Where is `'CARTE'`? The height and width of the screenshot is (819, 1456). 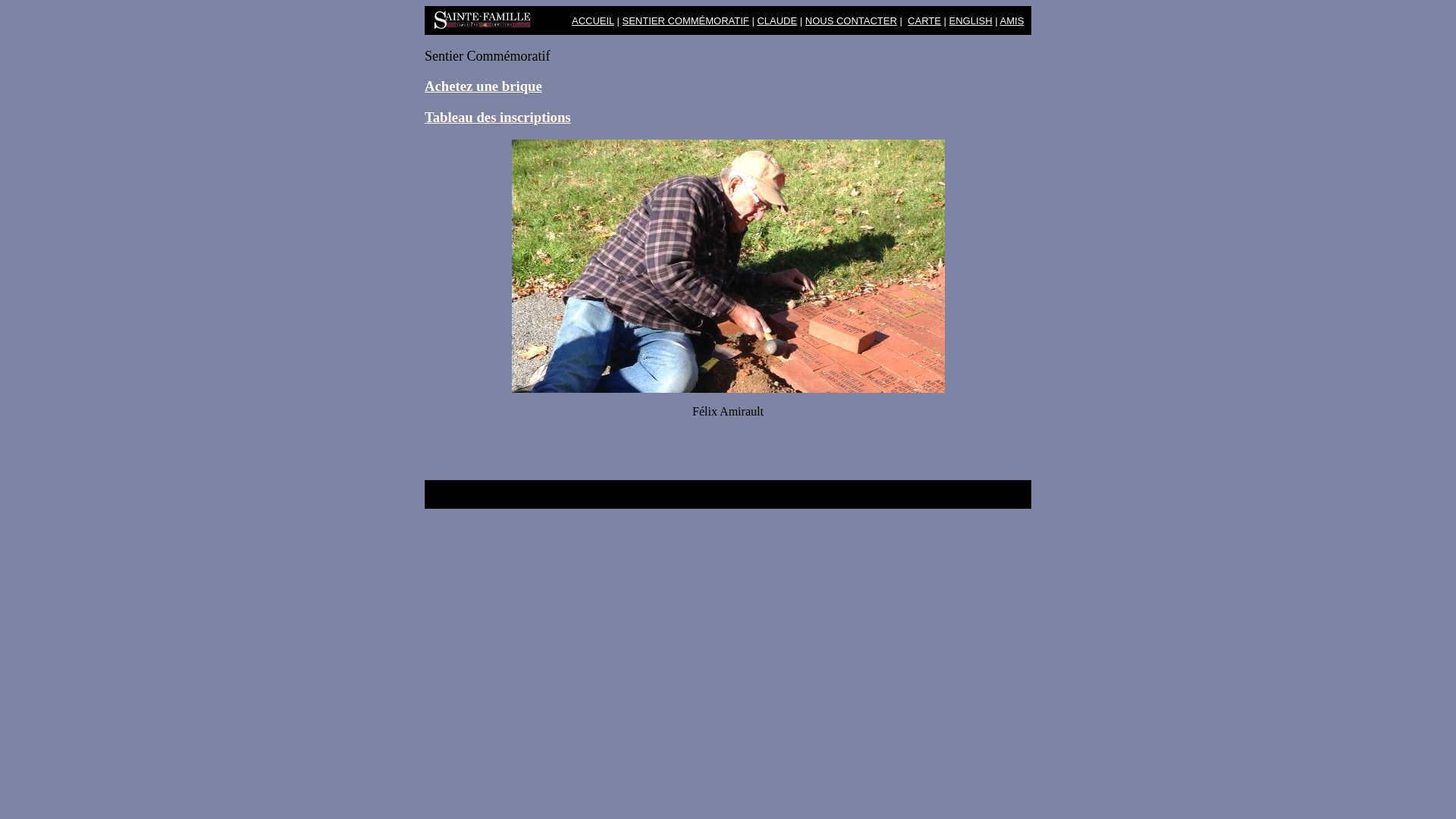
'CARTE' is located at coordinates (924, 20).